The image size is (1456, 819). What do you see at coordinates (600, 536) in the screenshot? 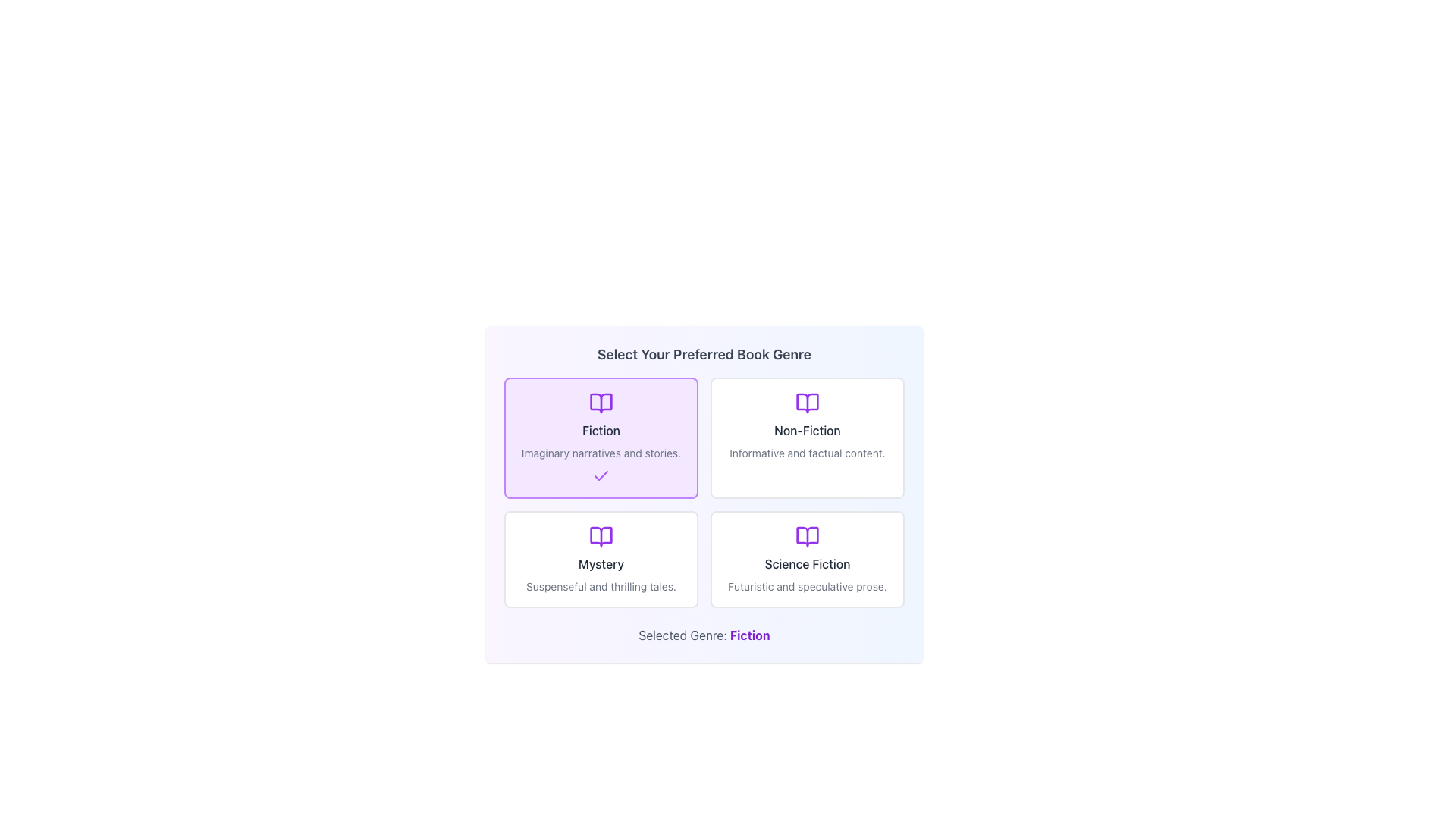
I see `the purple open book icon located within the 'Mystery' category card, which is centered above the text 'Mystery' and 'Suspenseful and thrilling tales.'` at bounding box center [600, 536].